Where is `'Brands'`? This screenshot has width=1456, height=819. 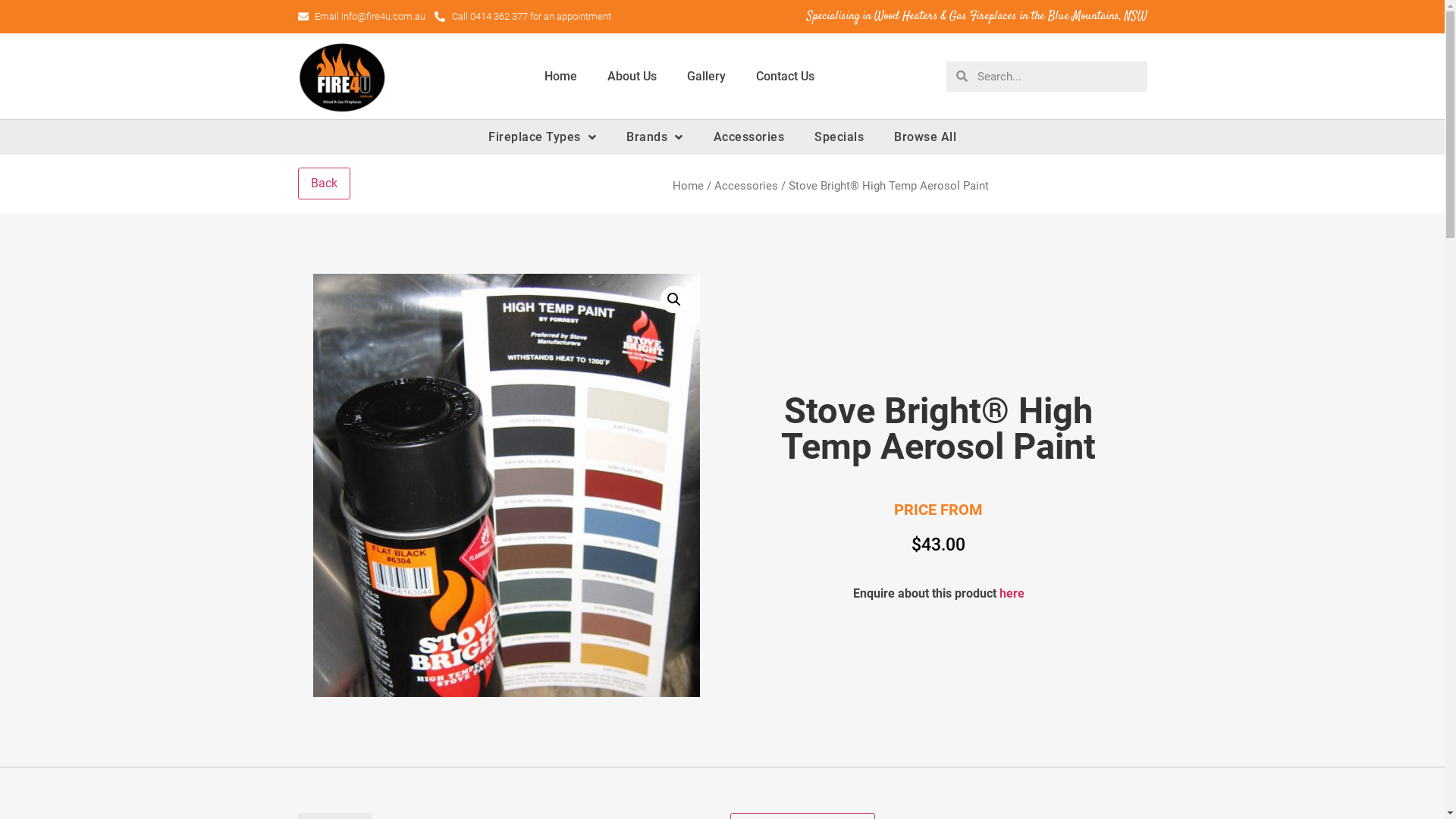
'Brands' is located at coordinates (654, 137).